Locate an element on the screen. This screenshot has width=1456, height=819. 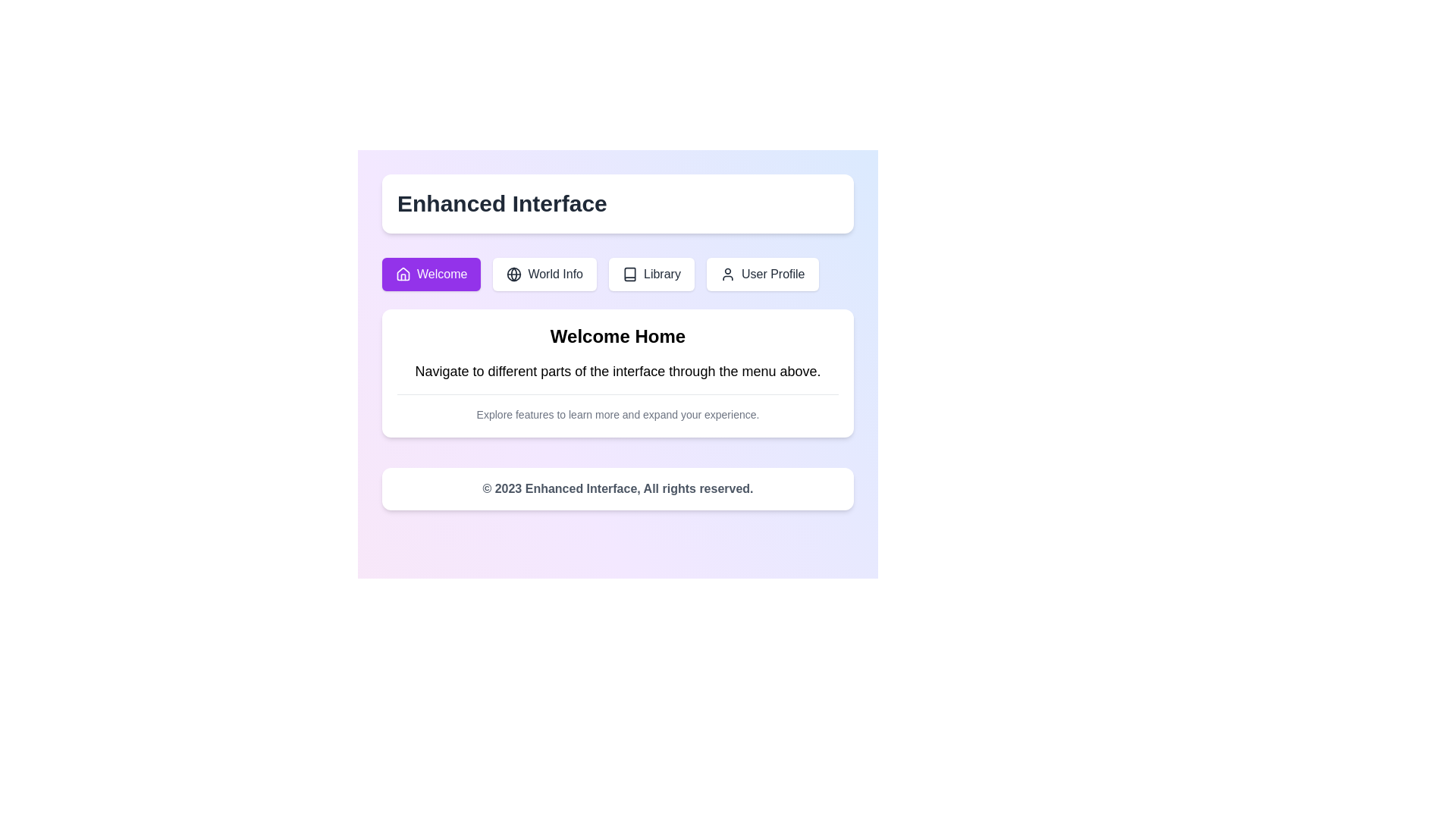
the user profile button, which is the fourth item in the horizontal navigation bar displaying a profile icon and 'User Profile' text is located at coordinates (762, 274).